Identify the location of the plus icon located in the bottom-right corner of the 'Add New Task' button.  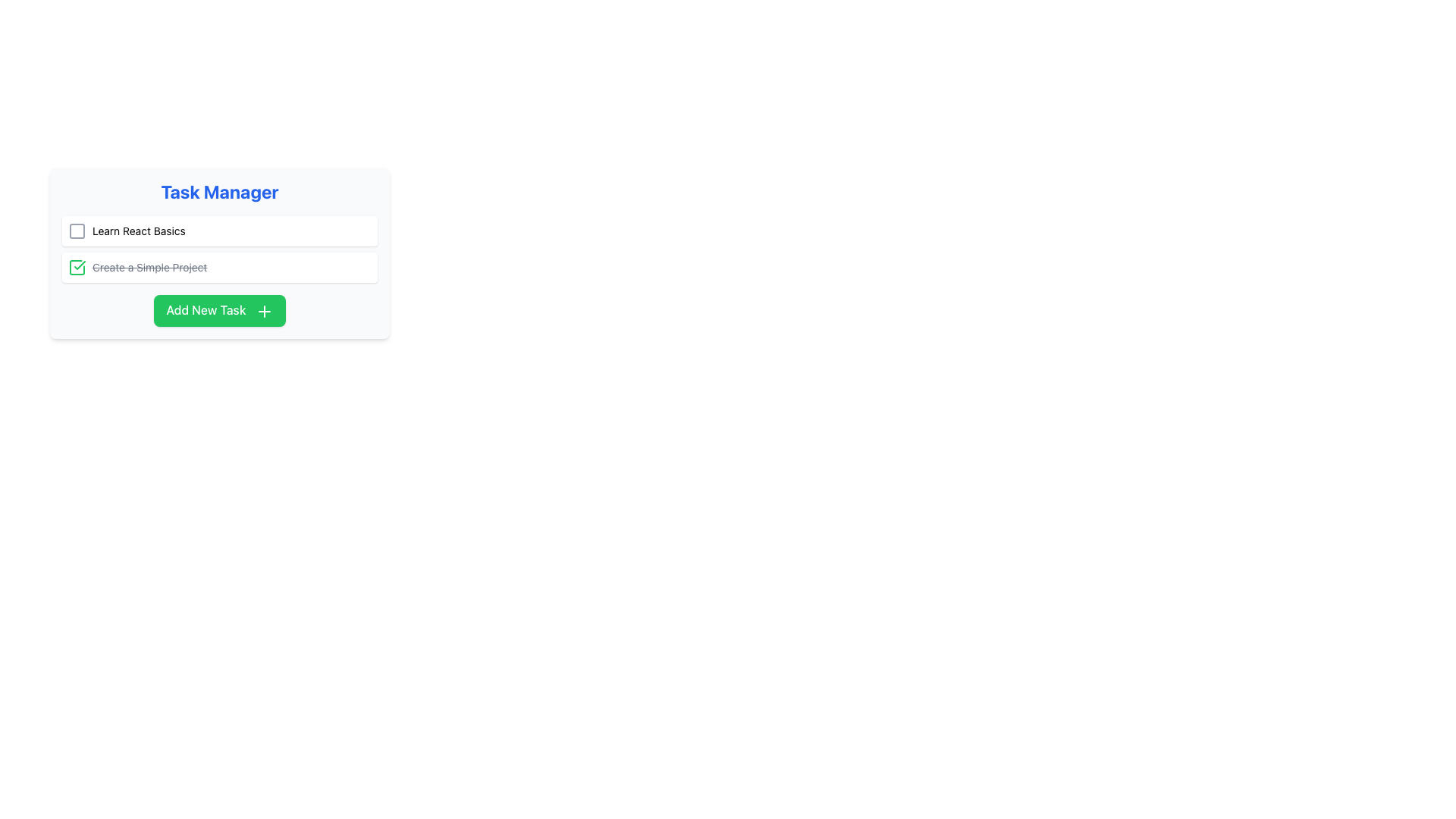
(264, 310).